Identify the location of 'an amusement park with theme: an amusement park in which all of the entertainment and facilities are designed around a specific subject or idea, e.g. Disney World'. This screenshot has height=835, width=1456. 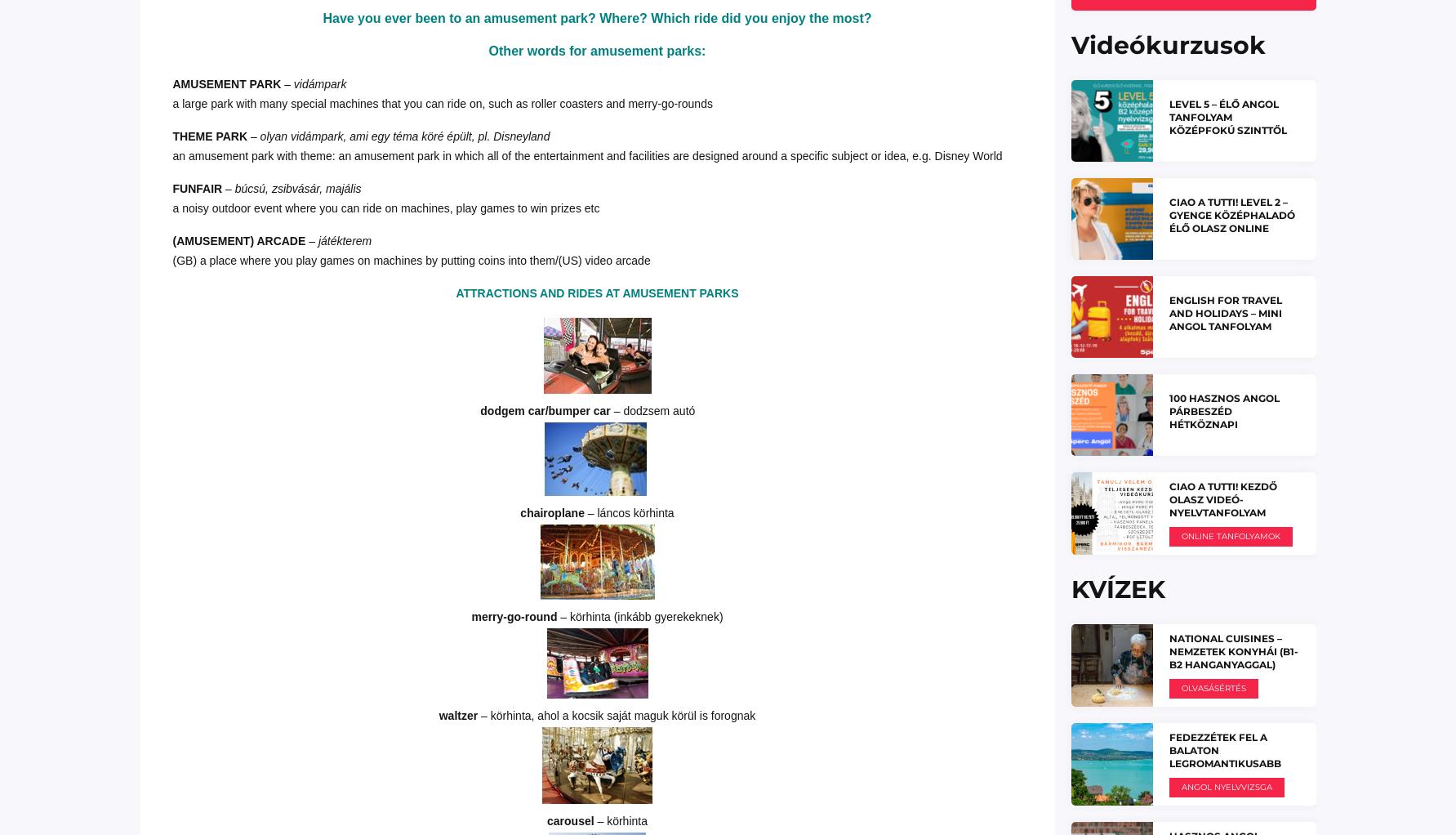
(595, 154).